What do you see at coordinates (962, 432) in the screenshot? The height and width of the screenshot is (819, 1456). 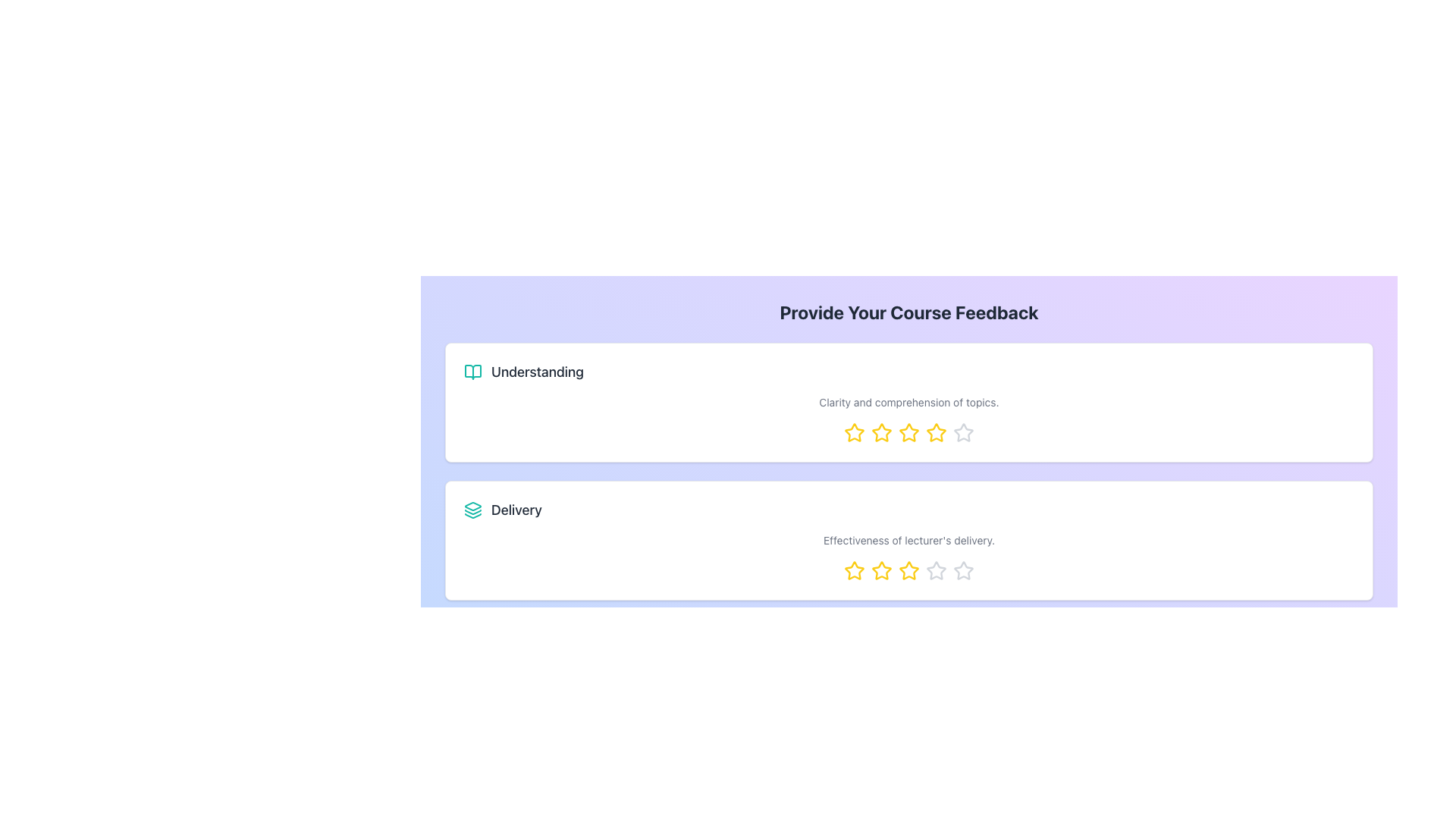 I see `the fifth star icon in the 'Understanding' feedback section to set a five-star rating` at bounding box center [962, 432].